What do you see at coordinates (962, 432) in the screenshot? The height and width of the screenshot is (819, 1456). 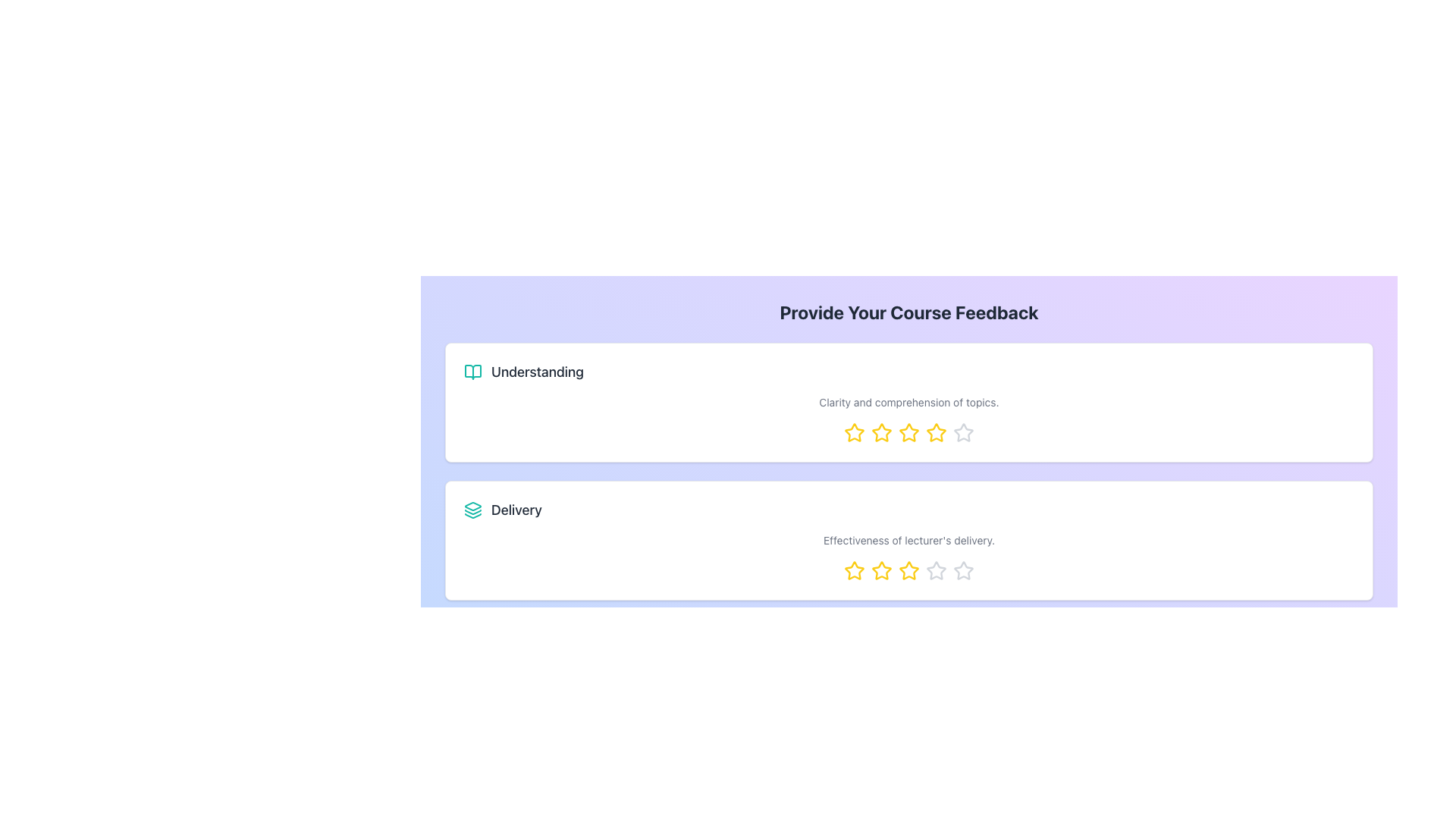 I see `the fifth star icon in the 'Understanding' feedback section to set a five-star rating` at bounding box center [962, 432].